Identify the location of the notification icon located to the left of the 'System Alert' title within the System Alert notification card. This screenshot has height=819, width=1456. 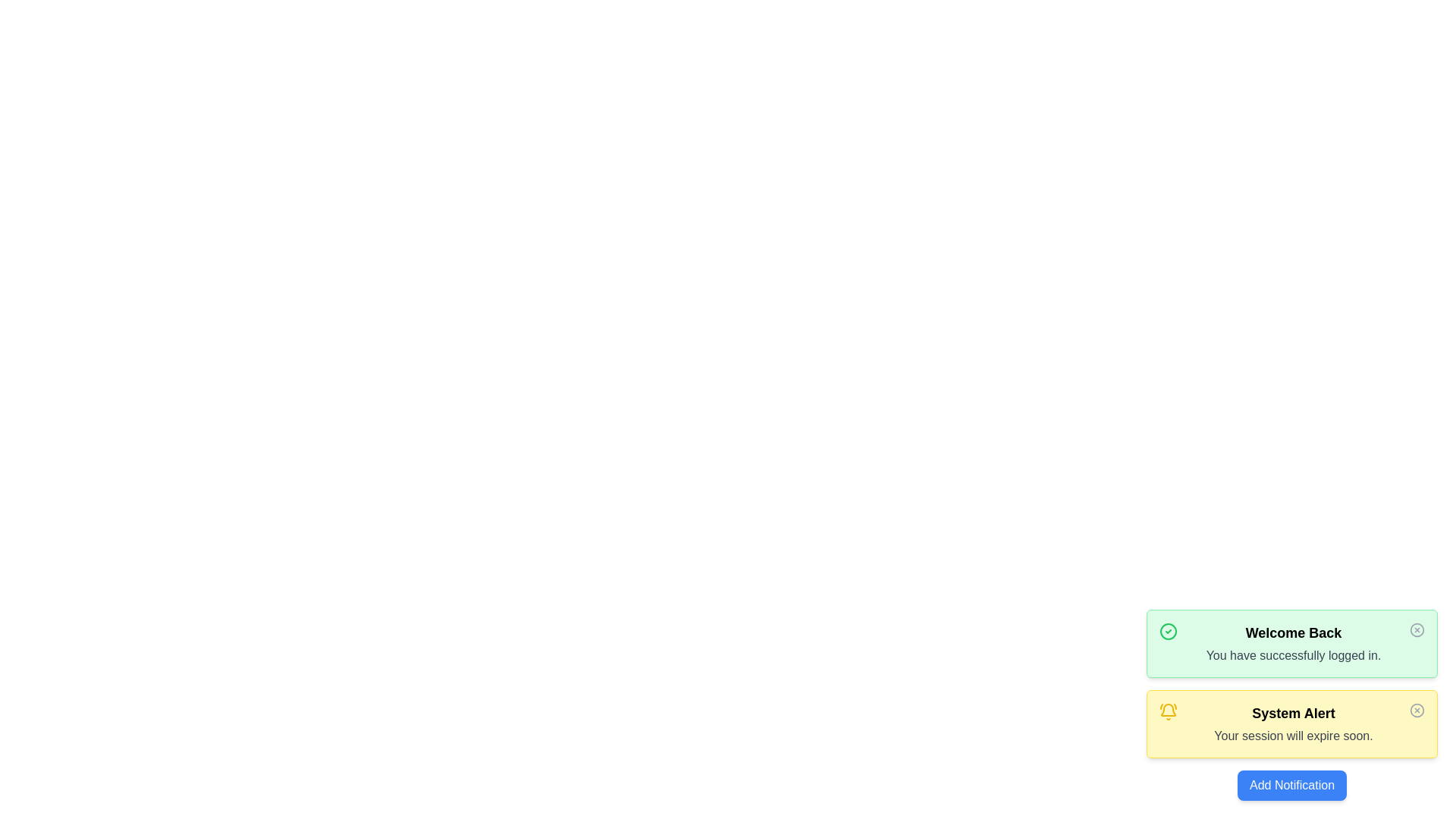
(1167, 711).